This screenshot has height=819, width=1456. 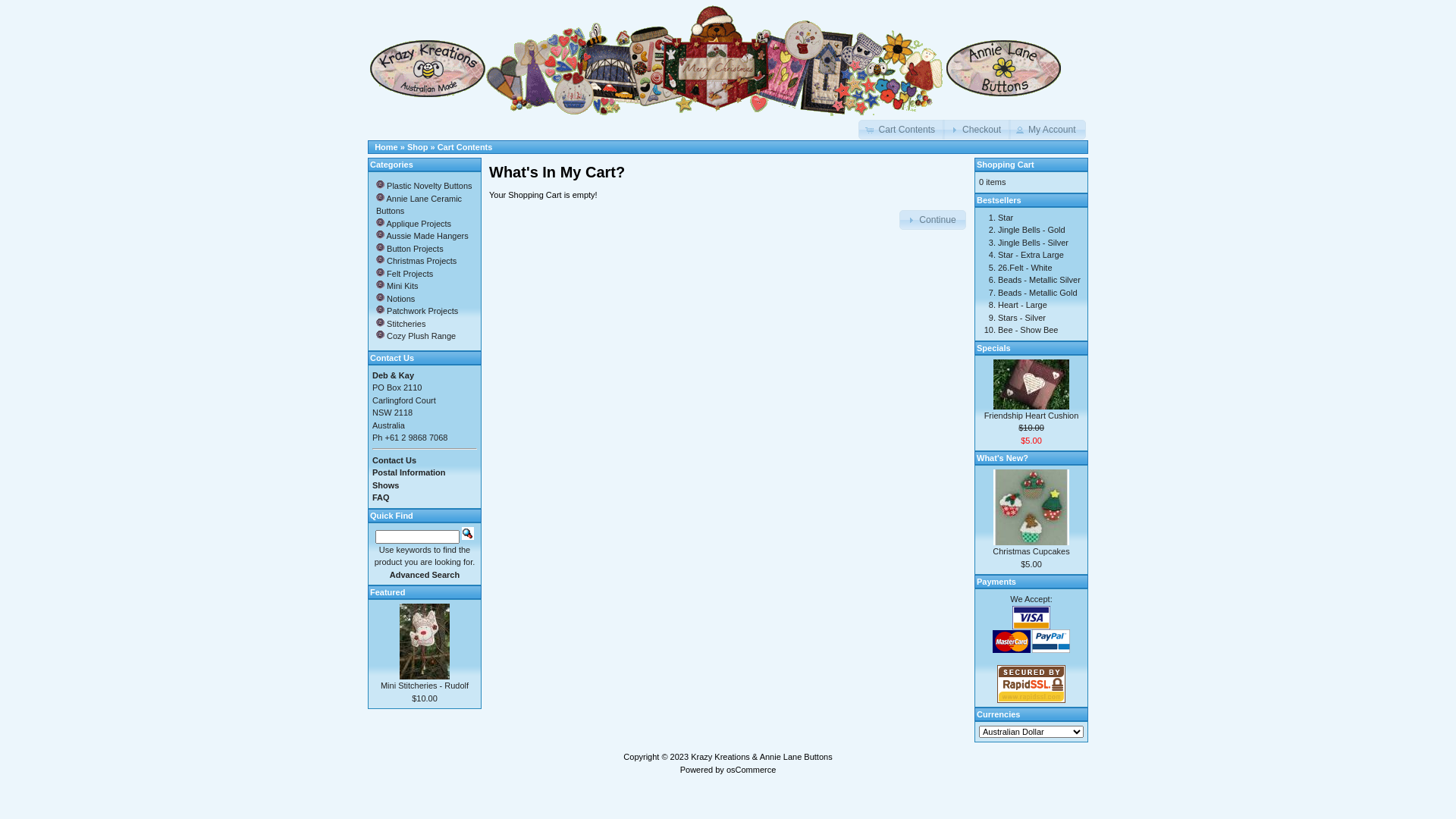 What do you see at coordinates (1022, 304) in the screenshot?
I see `'Heart - Large'` at bounding box center [1022, 304].